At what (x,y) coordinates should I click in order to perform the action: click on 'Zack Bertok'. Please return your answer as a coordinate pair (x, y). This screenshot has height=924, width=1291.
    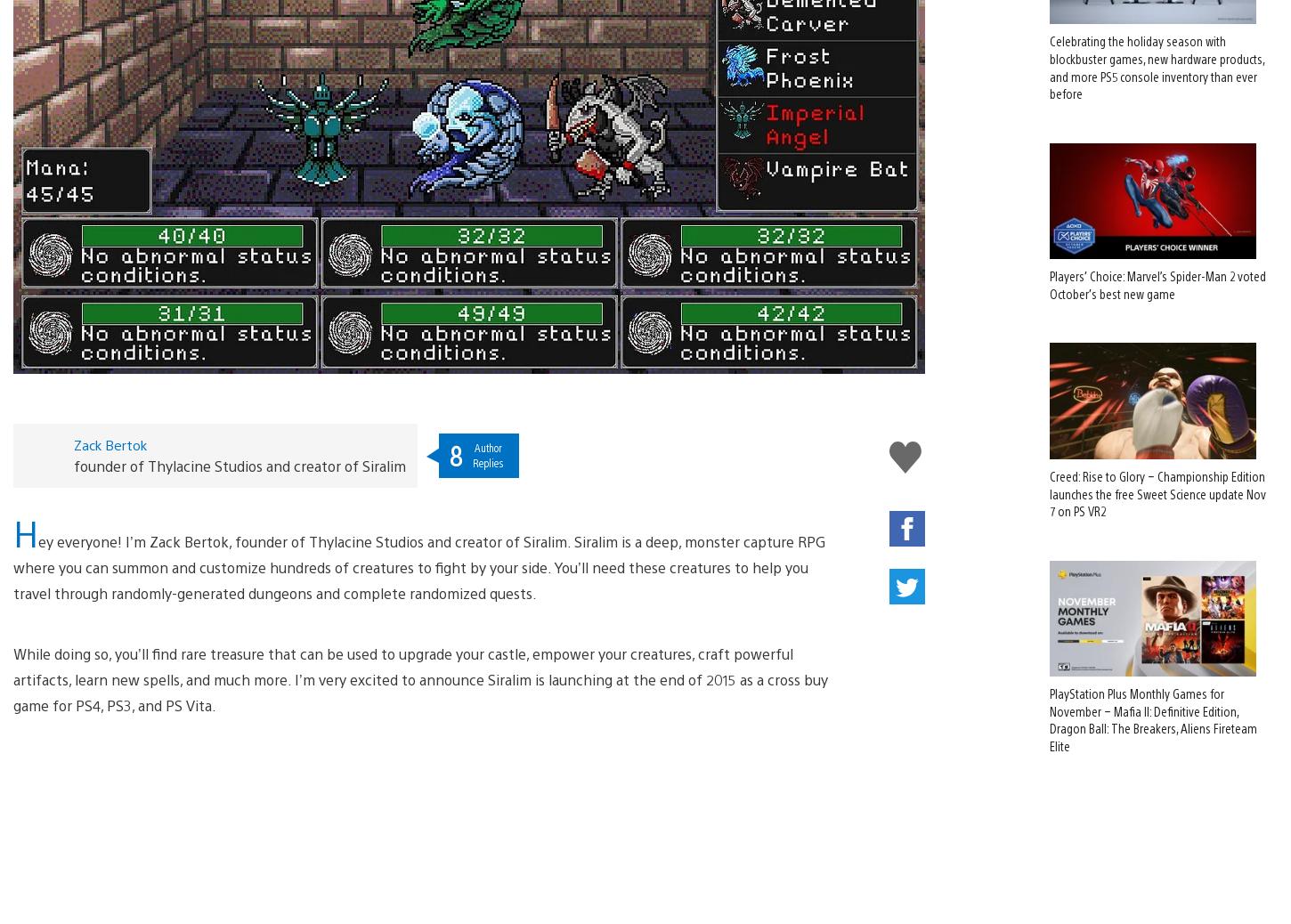
    Looking at the image, I should click on (108, 415).